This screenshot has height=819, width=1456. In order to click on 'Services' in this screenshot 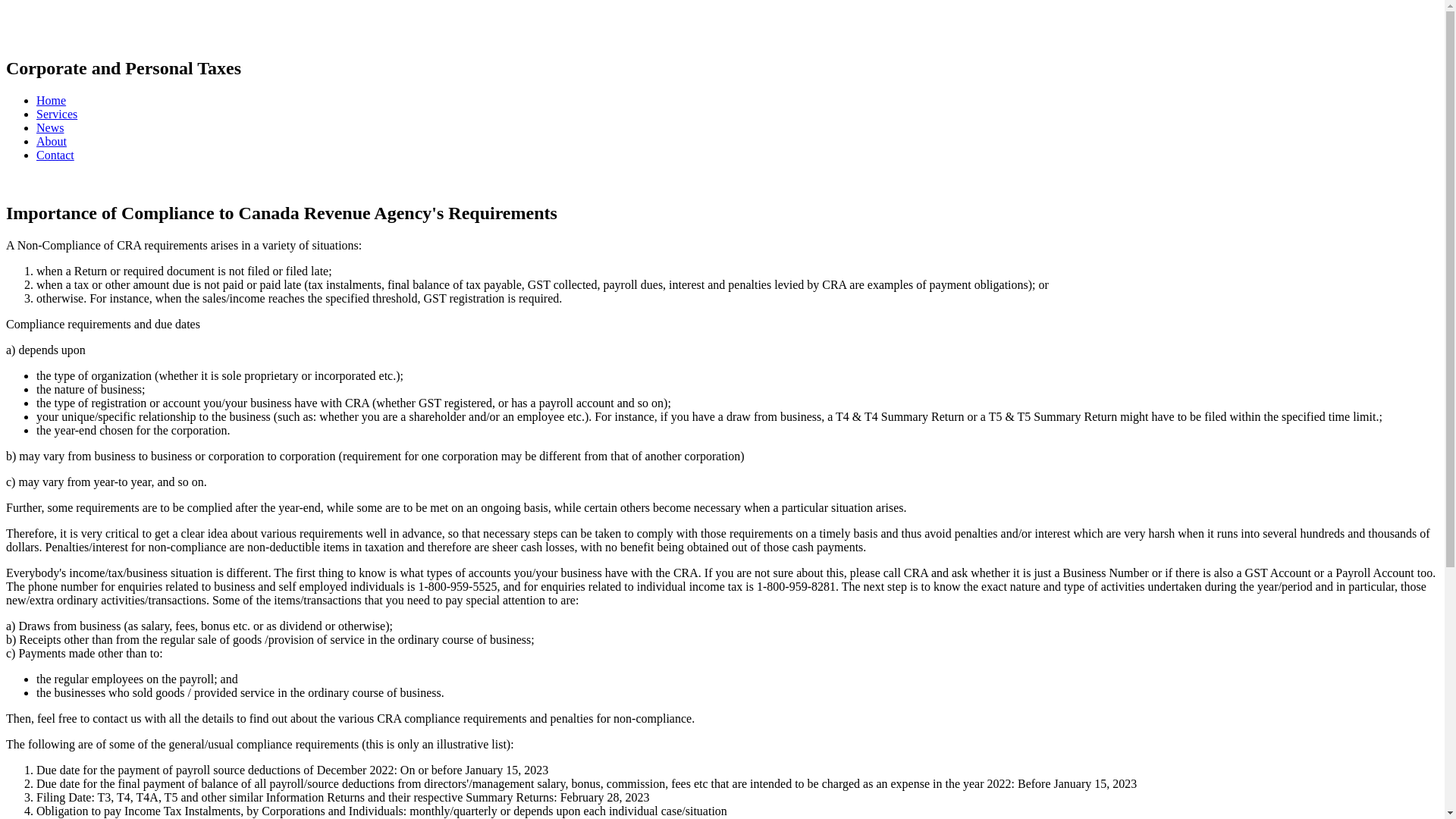, I will do `click(57, 113)`.